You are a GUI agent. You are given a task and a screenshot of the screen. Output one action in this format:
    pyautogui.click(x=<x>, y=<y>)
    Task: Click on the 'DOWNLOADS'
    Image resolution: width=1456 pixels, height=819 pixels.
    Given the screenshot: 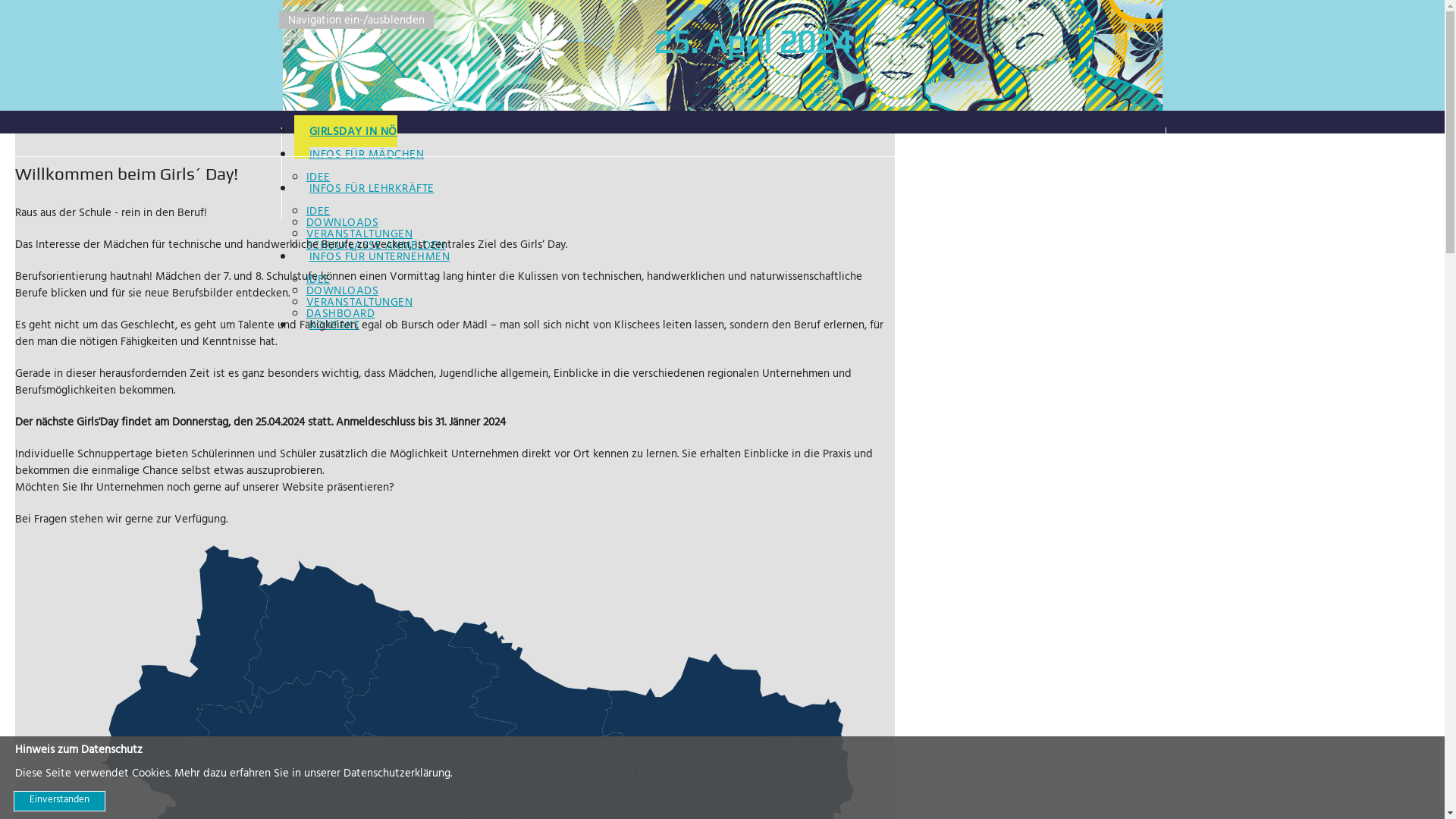 What is the action you would take?
    pyautogui.click(x=341, y=292)
    